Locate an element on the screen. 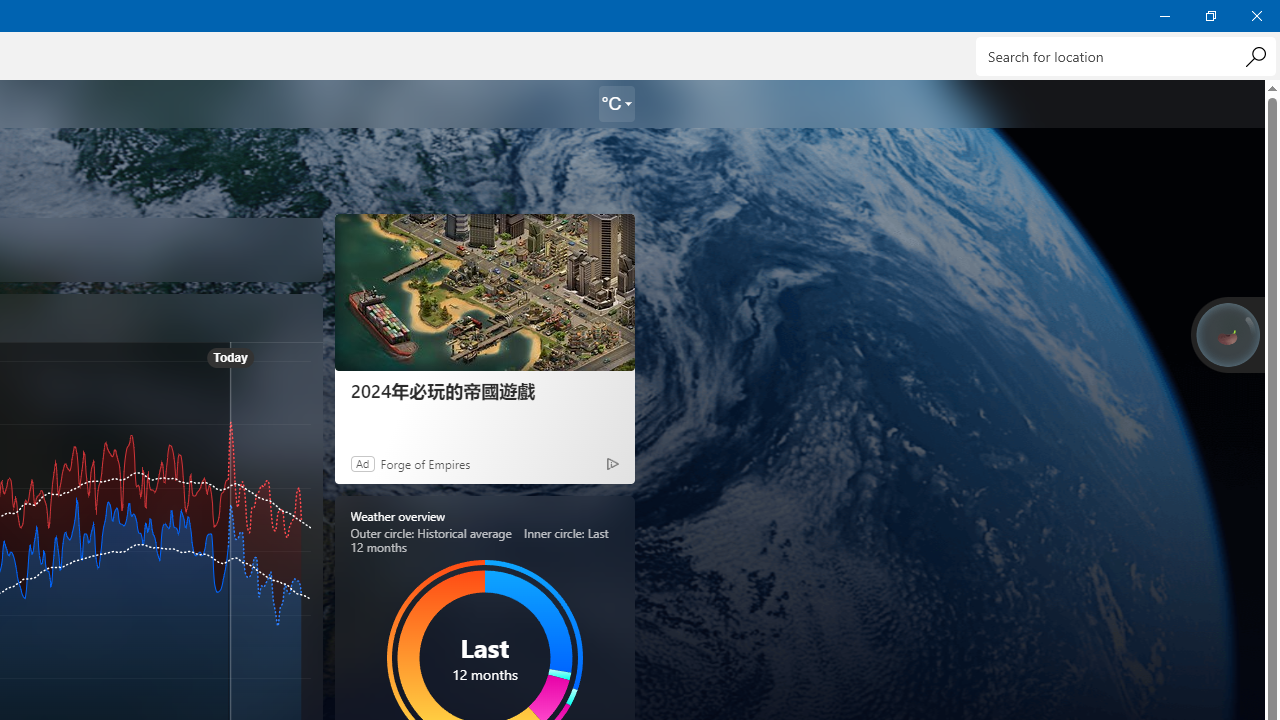 This screenshot has height=720, width=1280. 'Close Weather' is located at coordinates (1255, 15).